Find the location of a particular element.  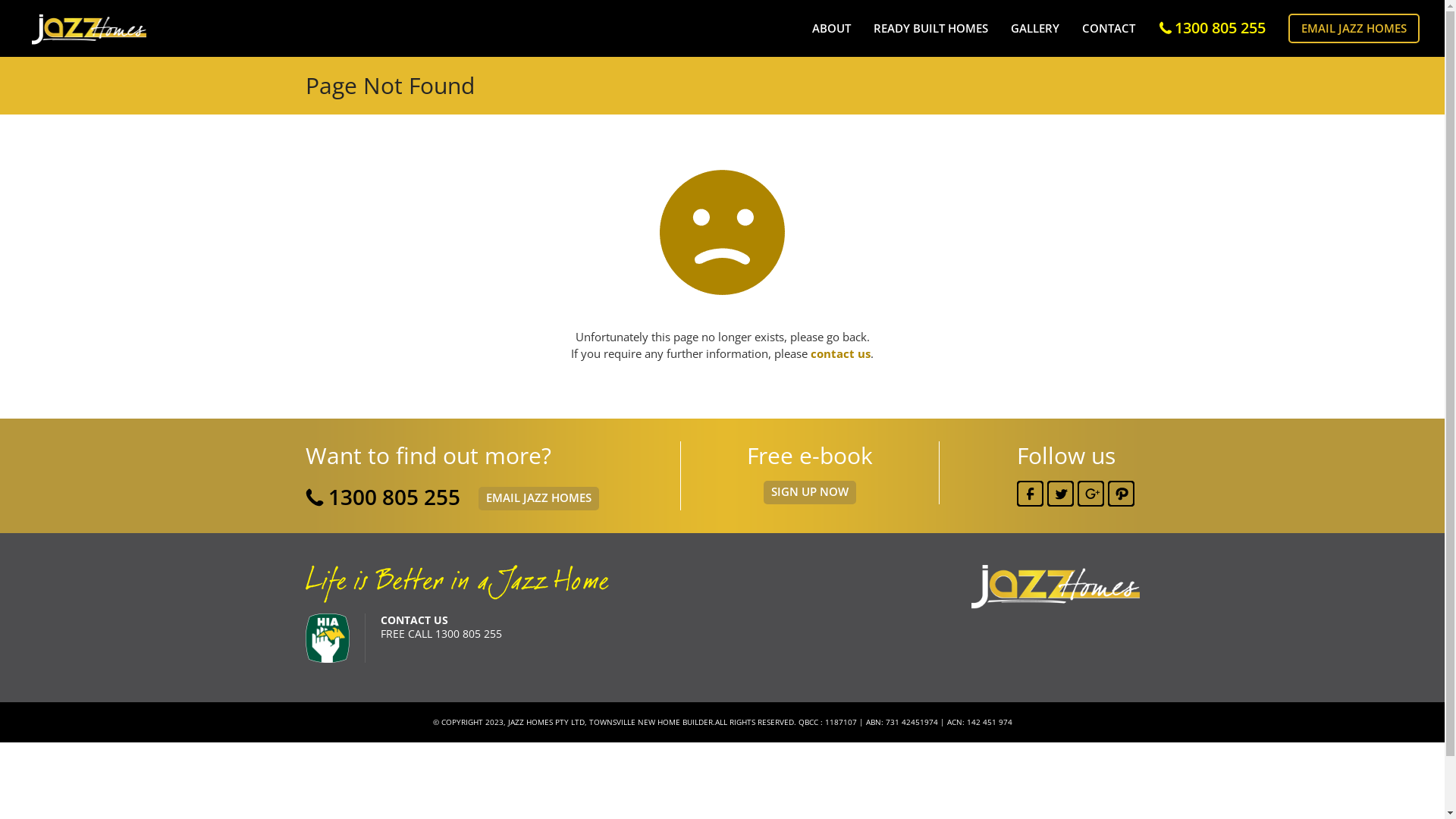

'READY BUILT HOMES' is located at coordinates (930, 28).